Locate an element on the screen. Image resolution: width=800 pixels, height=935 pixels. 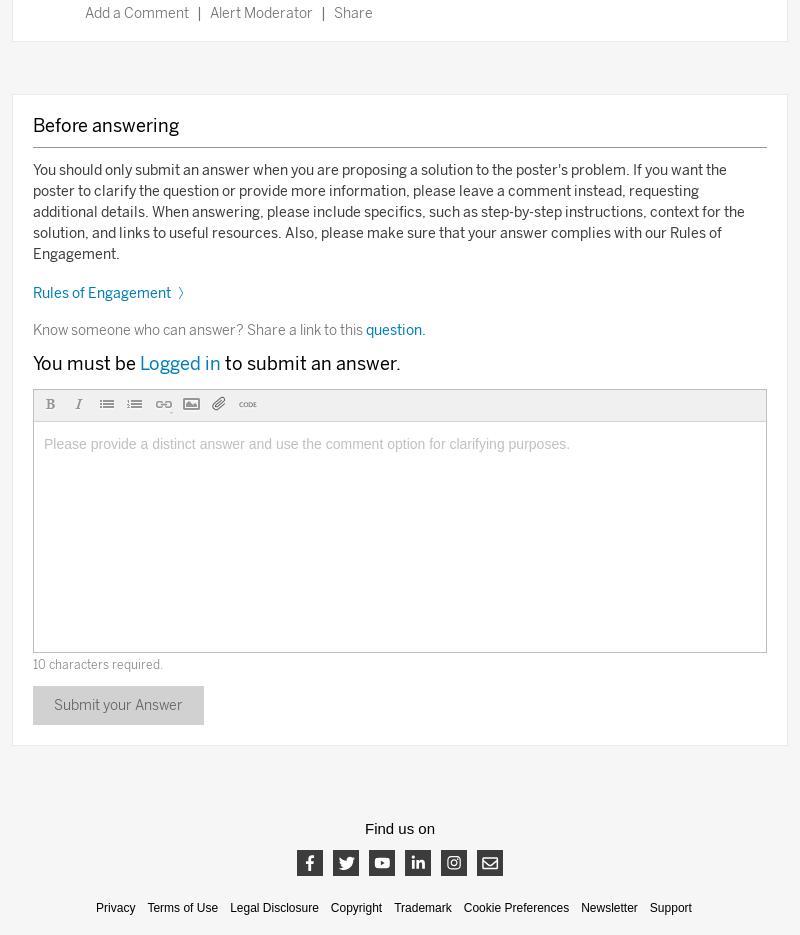
'Add a Comment' is located at coordinates (84, 12).